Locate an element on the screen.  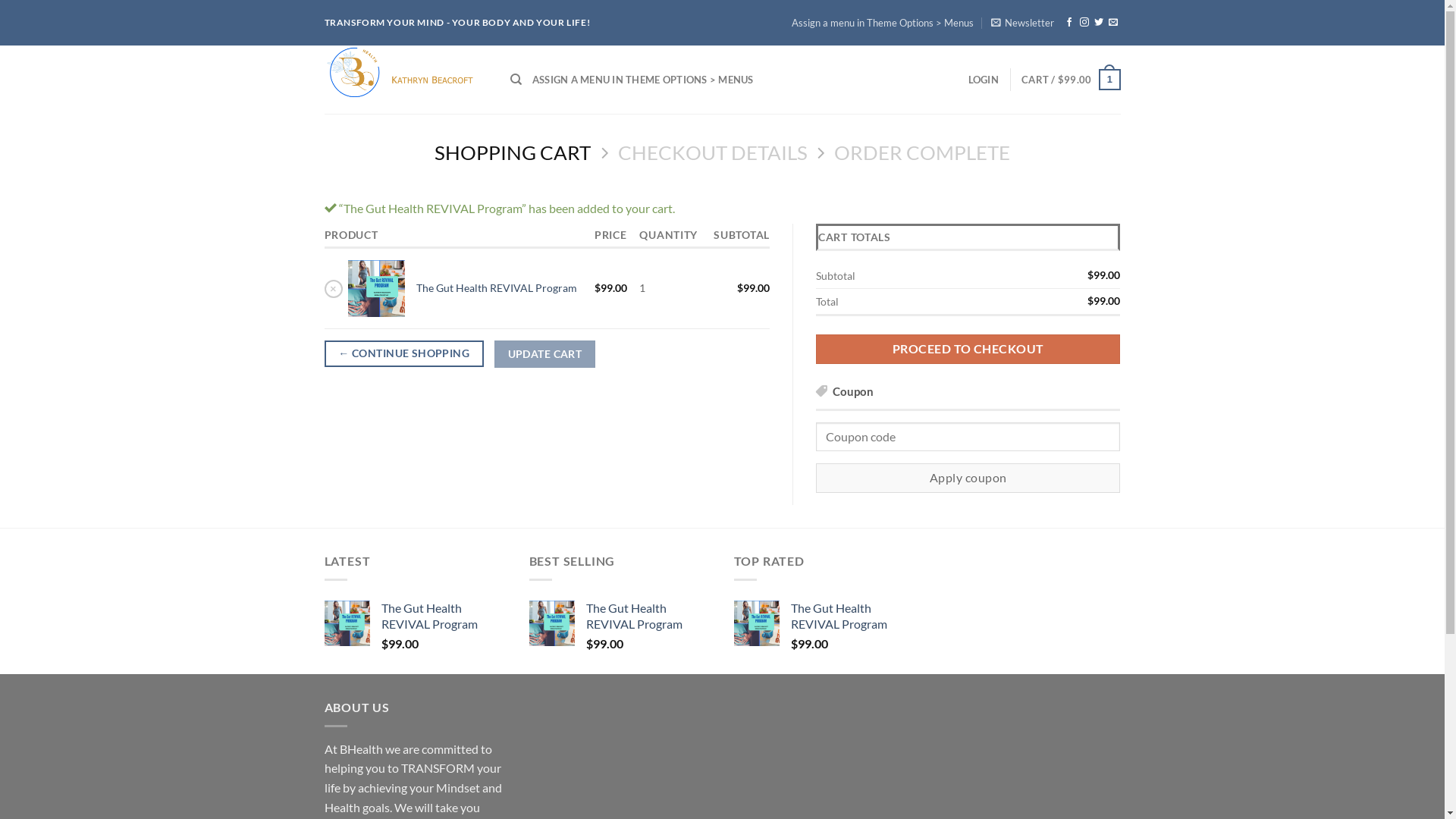
'BHealth Courses - BHealth Courses' is located at coordinates (406, 79).